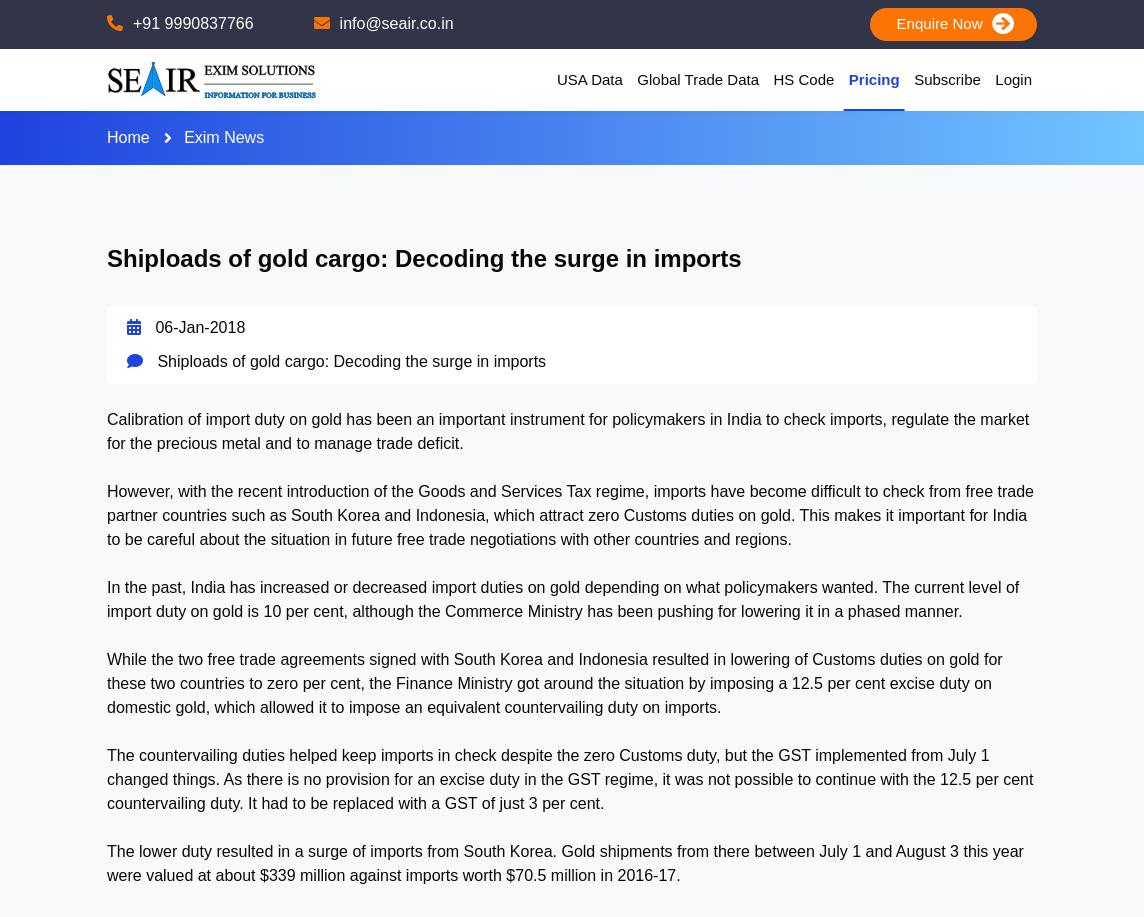 The width and height of the screenshot is (1144, 917). What do you see at coordinates (589, 77) in the screenshot?
I see `'USA Data'` at bounding box center [589, 77].